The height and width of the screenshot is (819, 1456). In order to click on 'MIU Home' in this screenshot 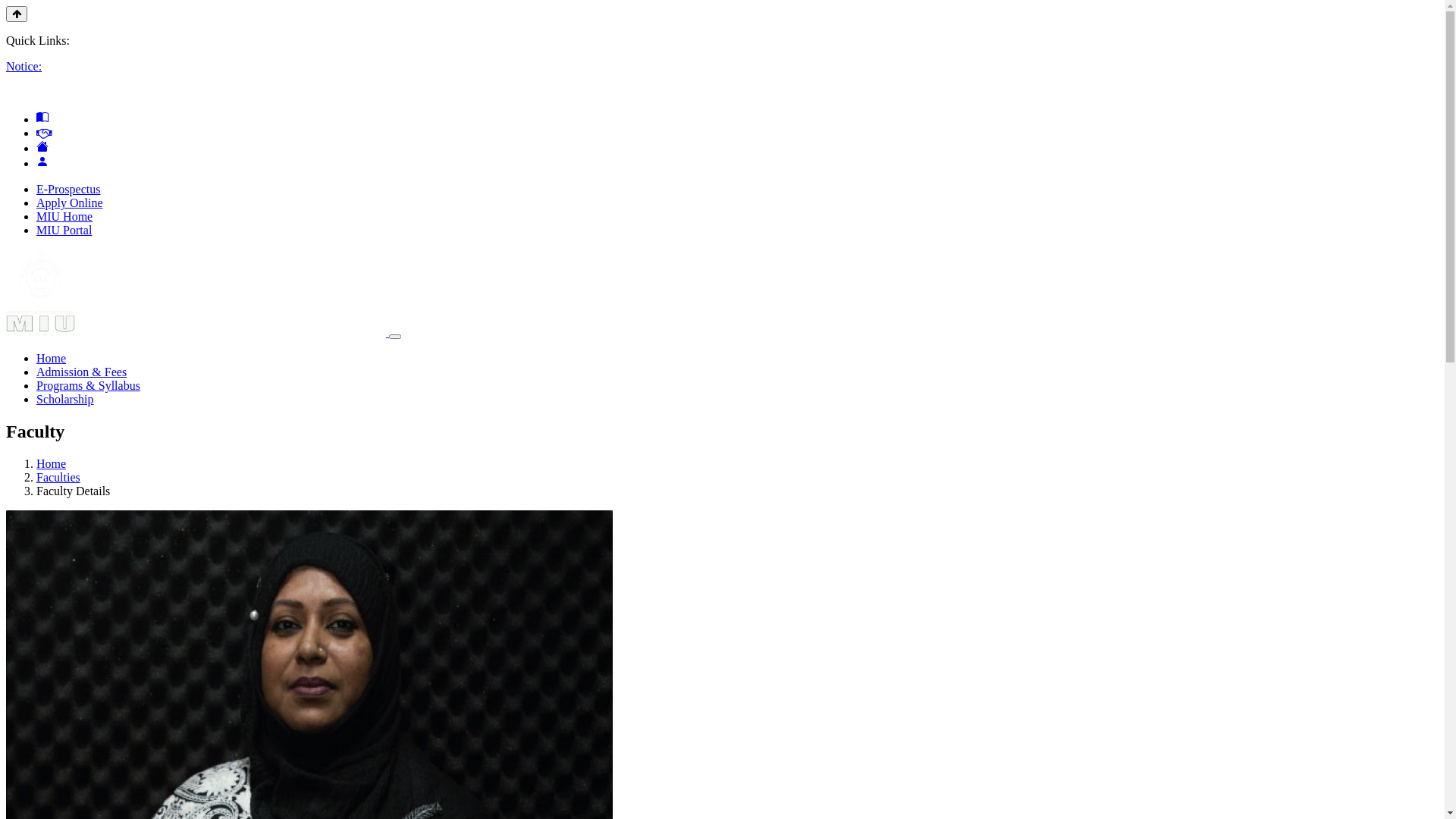, I will do `click(64, 216)`.